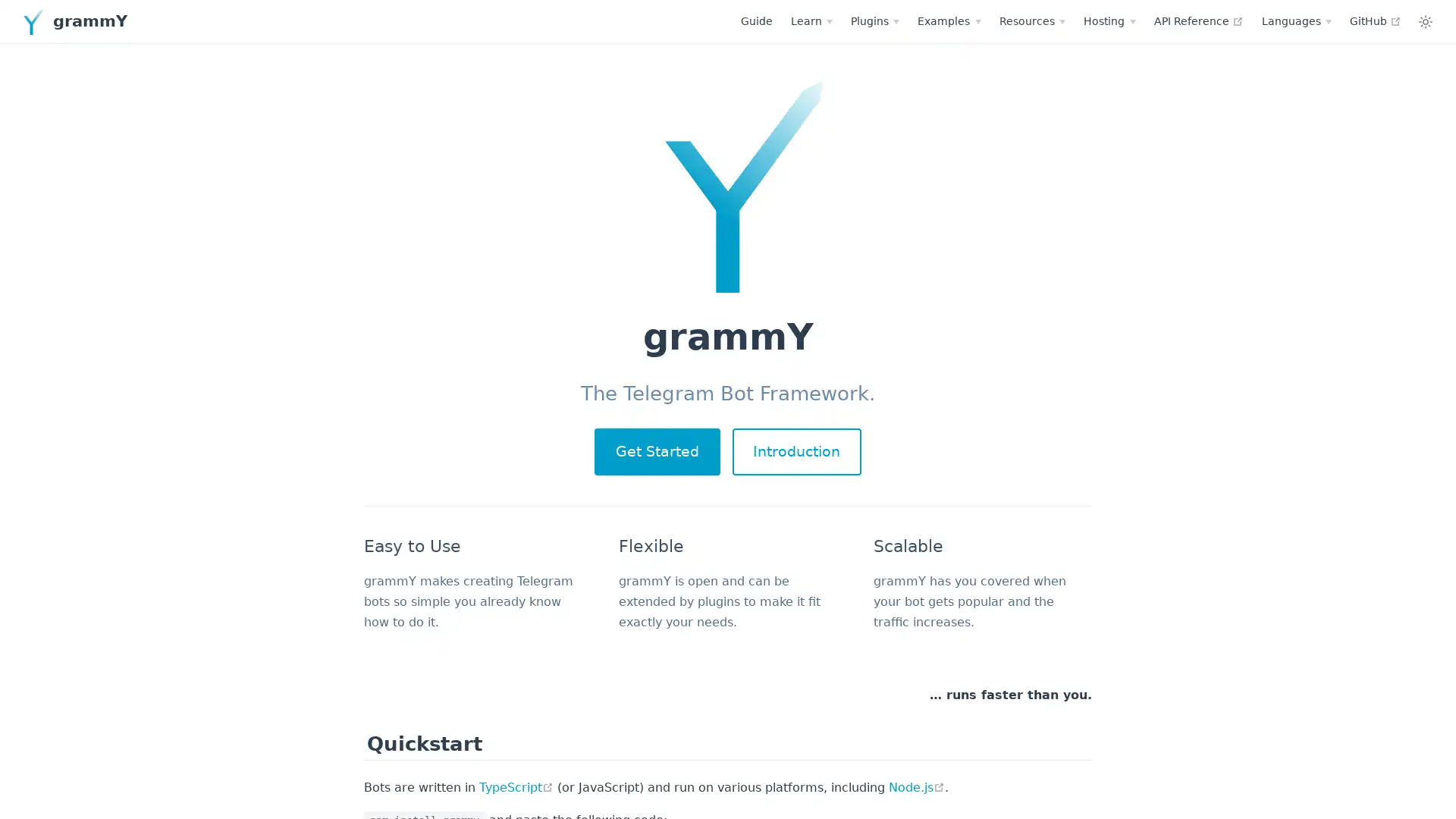 This screenshot has width=1456, height=819. I want to click on Learn, so click(676, 20).